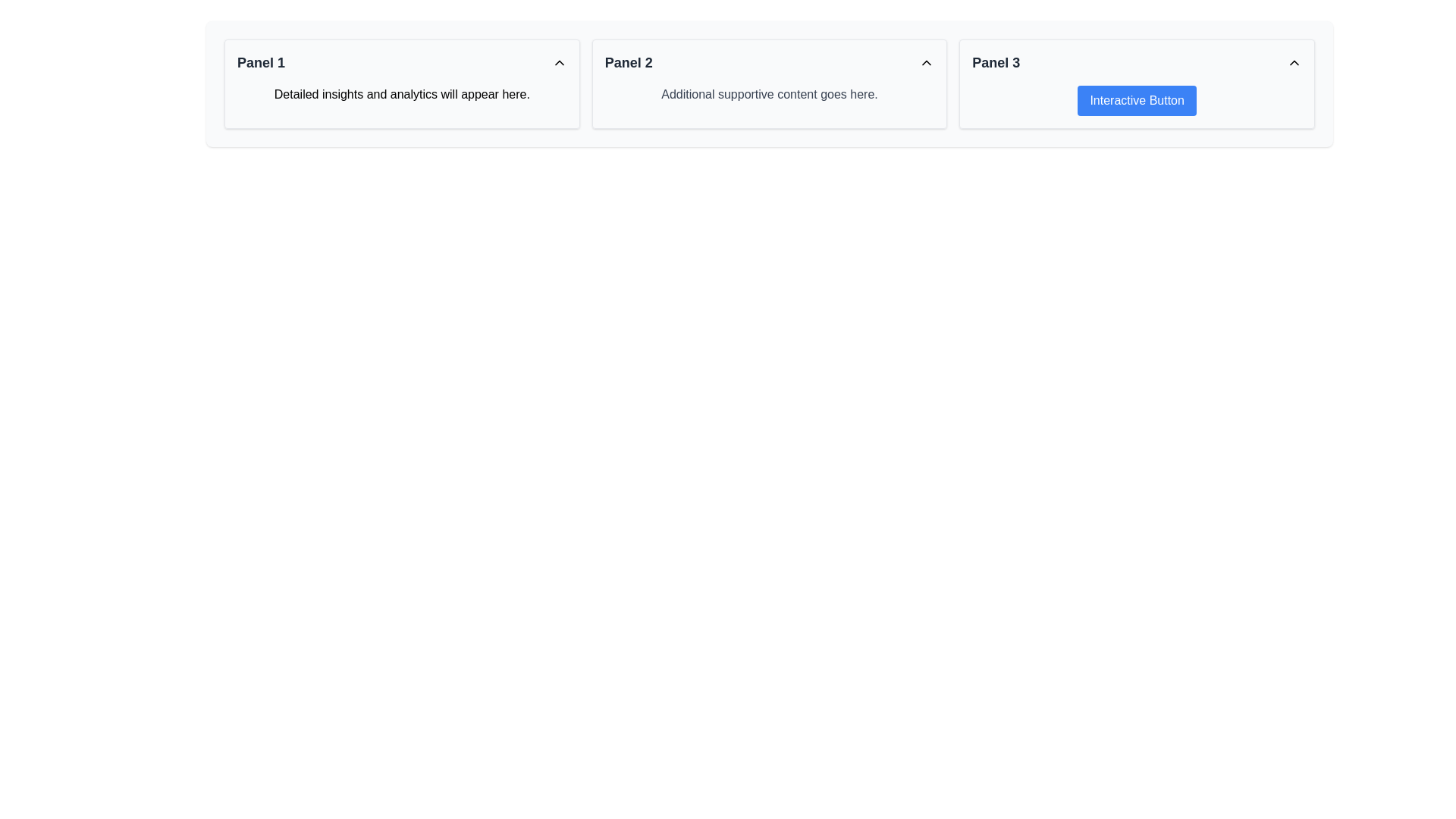  Describe the element at coordinates (402, 94) in the screenshot. I see `the static text element containing the sentence 'Detailed insights and analytics will appear here.' located in the lower portion of 'Panel 1.'` at that location.